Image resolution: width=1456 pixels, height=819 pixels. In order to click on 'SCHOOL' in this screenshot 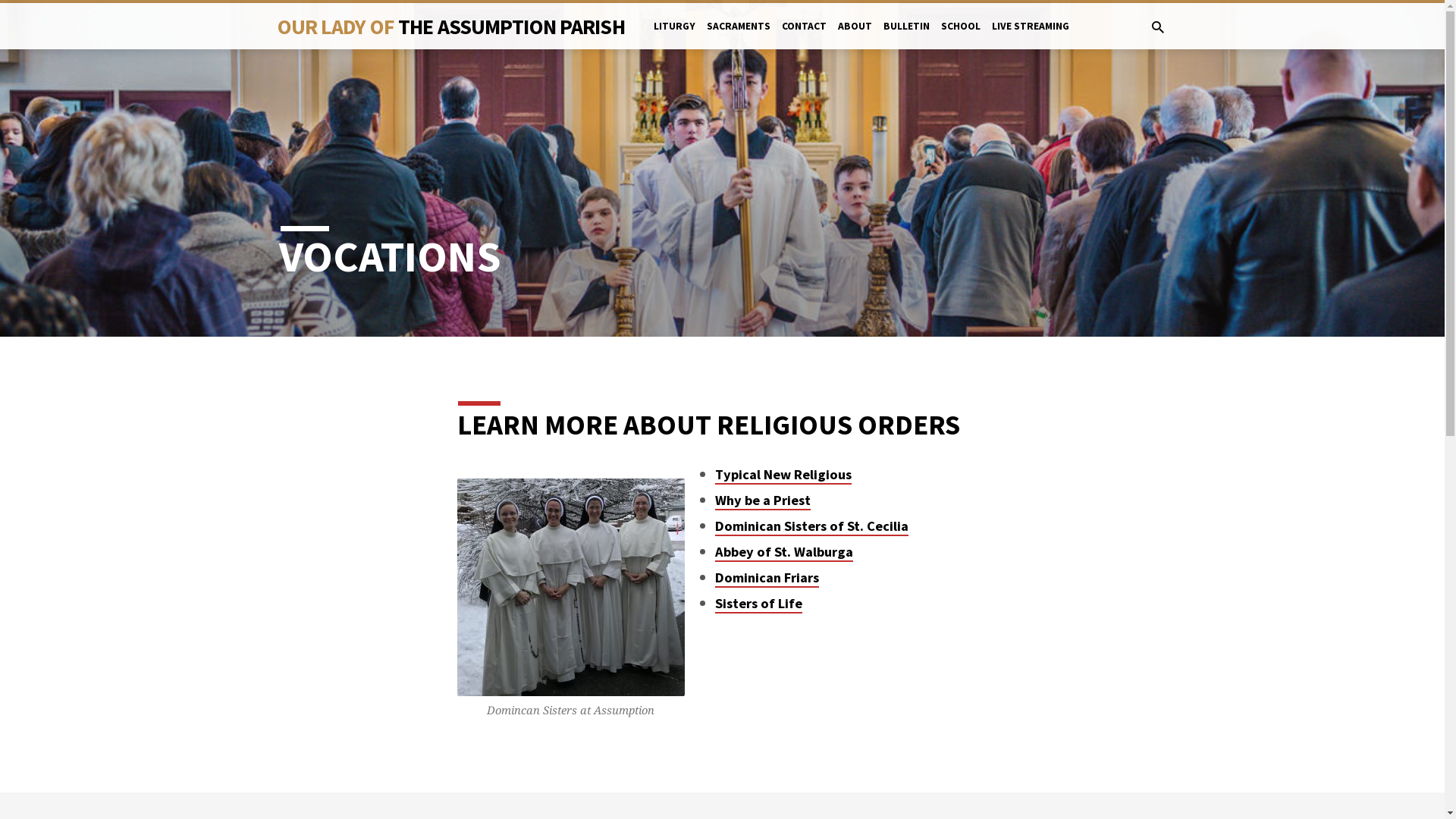, I will do `click(960, 35)`.